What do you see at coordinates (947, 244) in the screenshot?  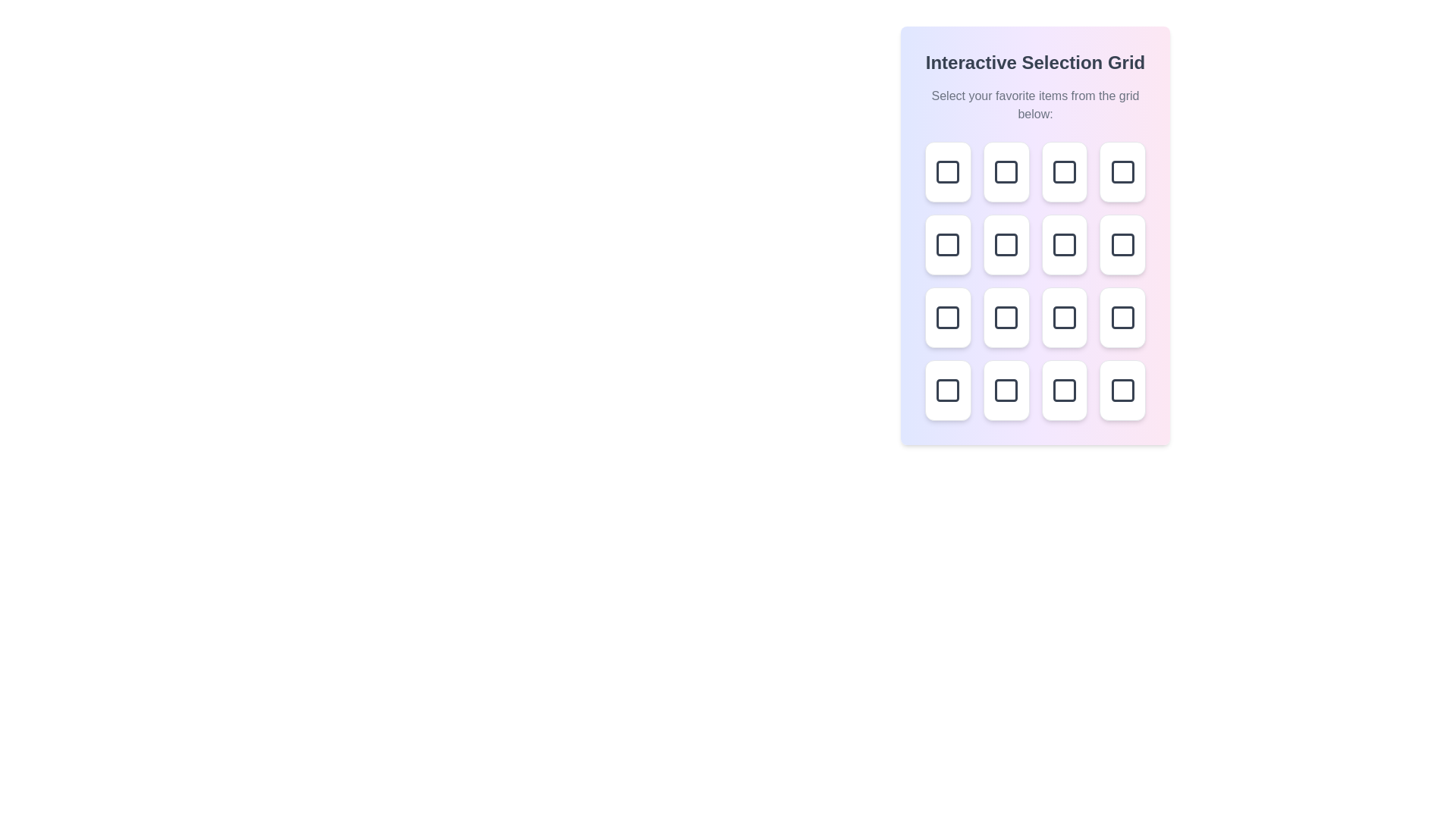 I see `the decorative square element with rounded corners located in the first column of the second row of a 4x4 grid` at bounding box center [947, 244].